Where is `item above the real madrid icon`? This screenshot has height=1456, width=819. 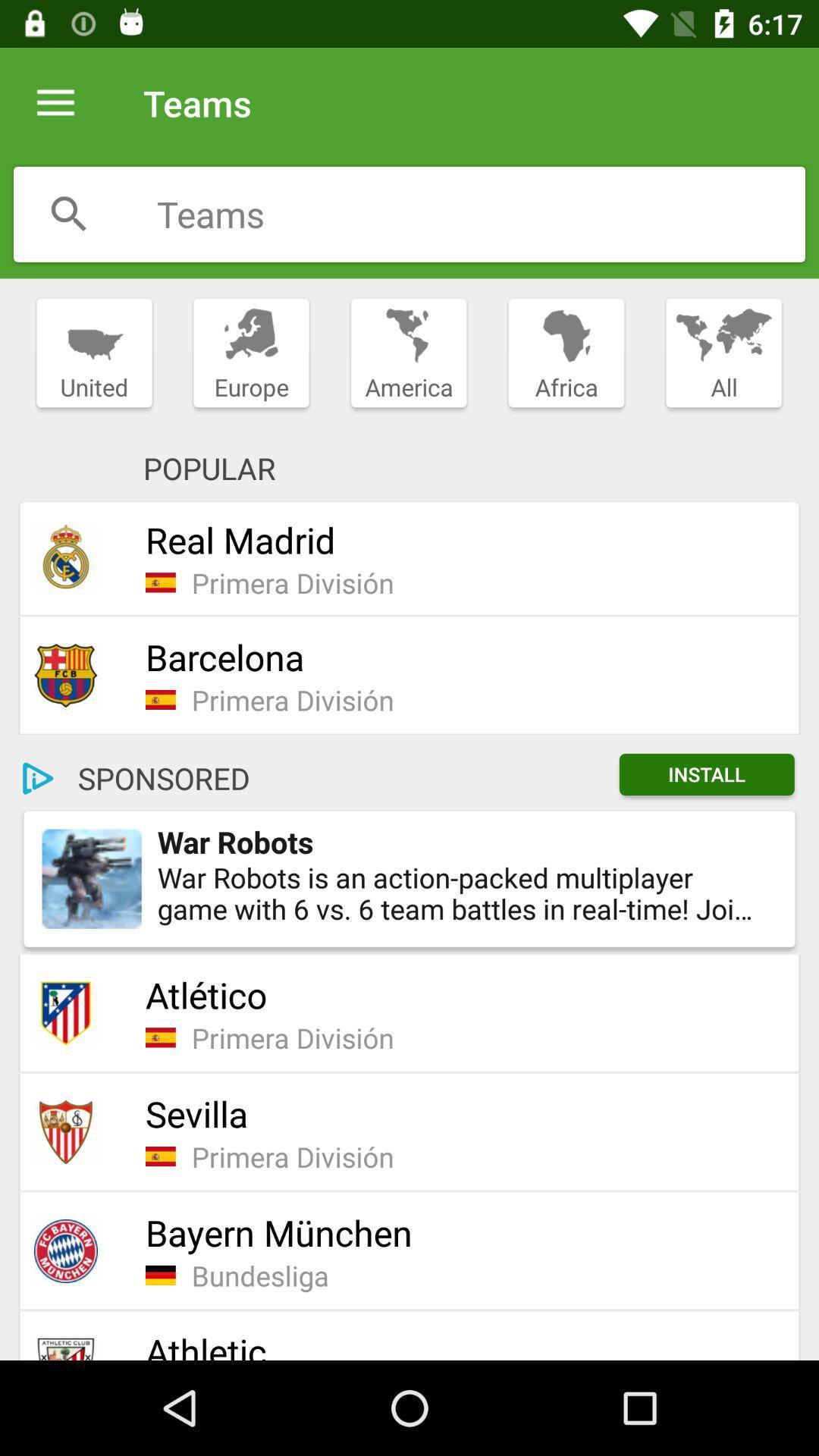
item above the real madrid icon is located at coordinates (408, 353).